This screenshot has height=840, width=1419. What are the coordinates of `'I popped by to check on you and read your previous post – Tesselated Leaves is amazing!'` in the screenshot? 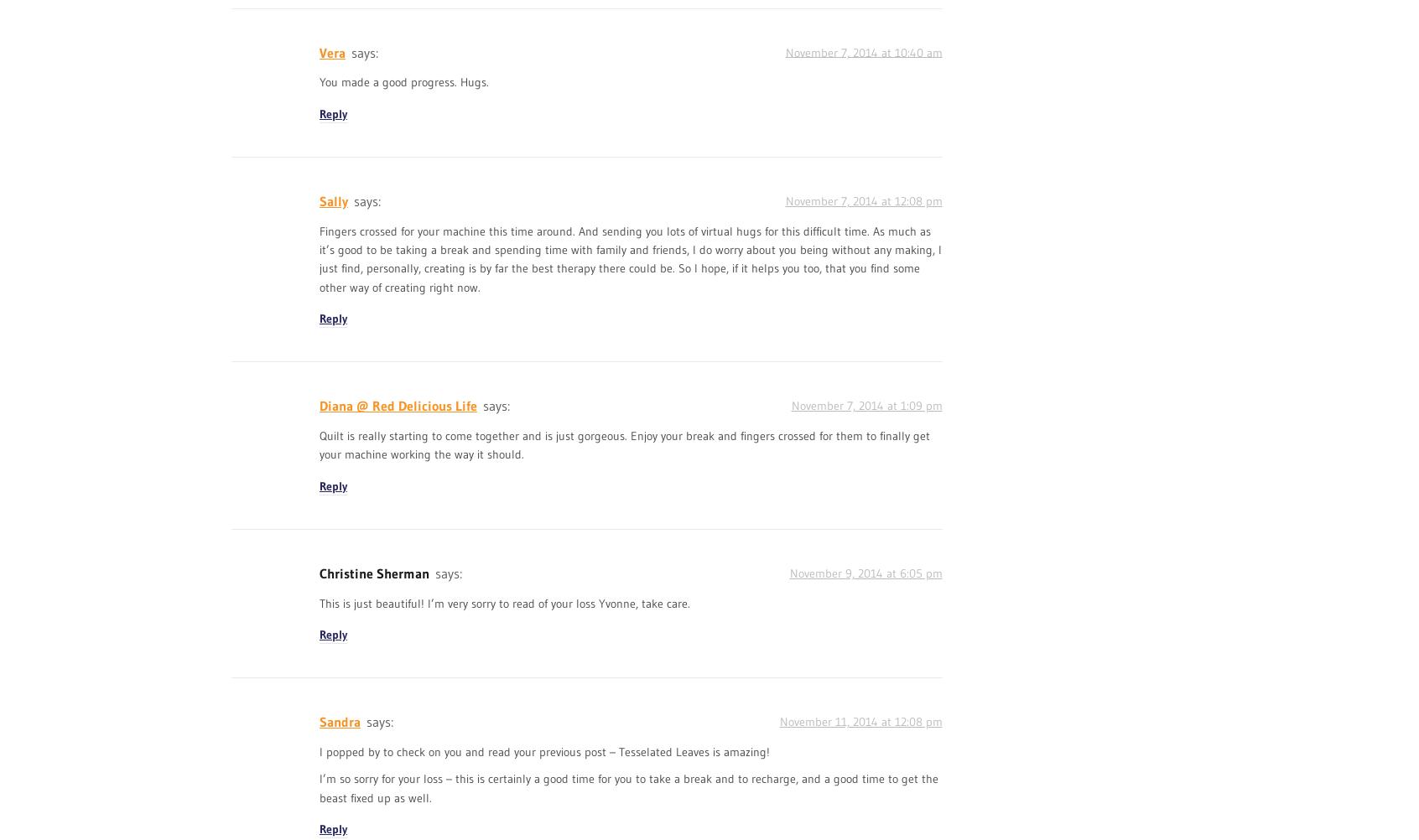 It's located at (544, 750).